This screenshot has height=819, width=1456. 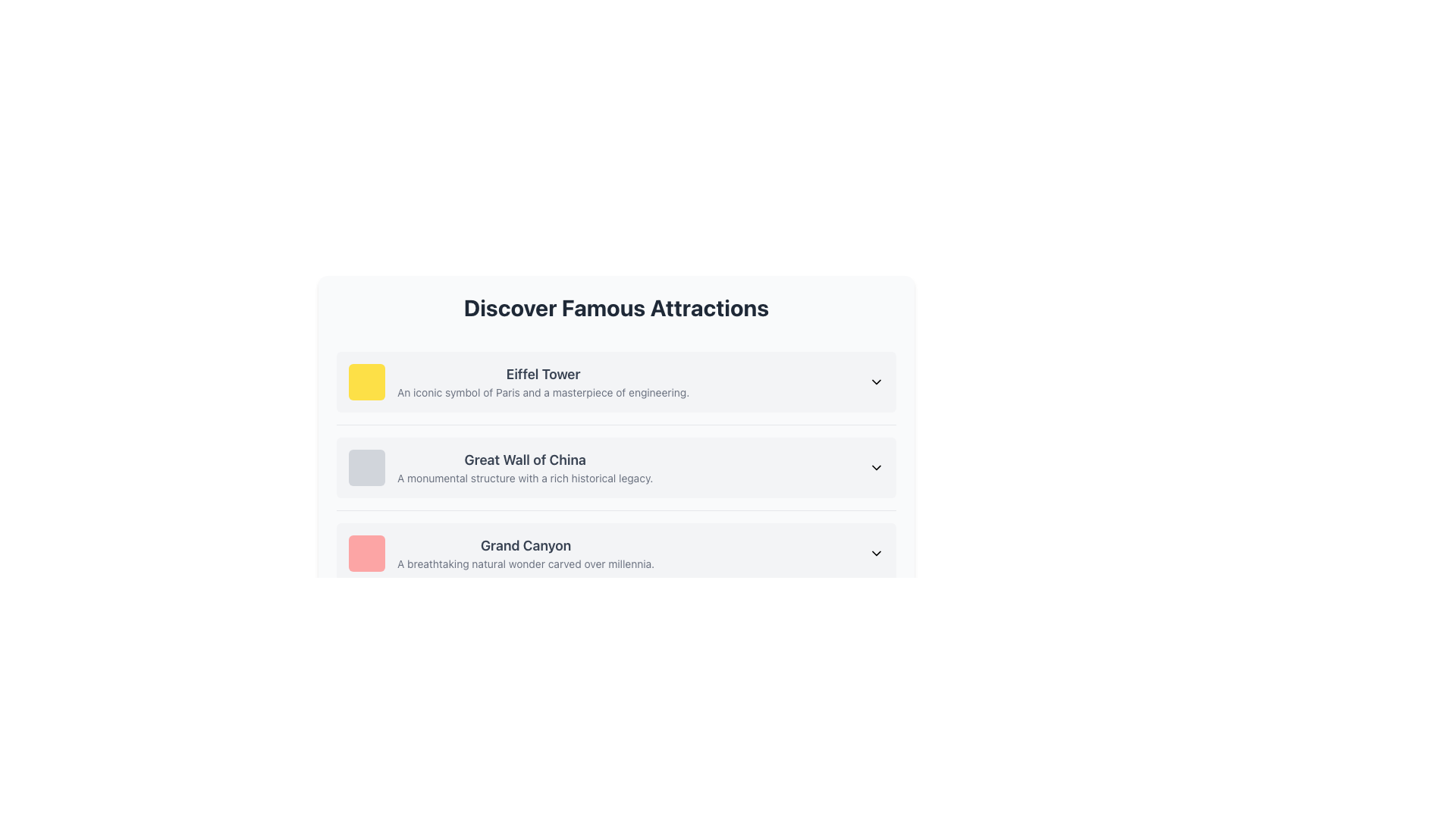 I want to click on the descriptive text element about a famous attraction, which is the second item in a vertically stacked list of similar components, located in the central content area, so click(x=525, y=467).